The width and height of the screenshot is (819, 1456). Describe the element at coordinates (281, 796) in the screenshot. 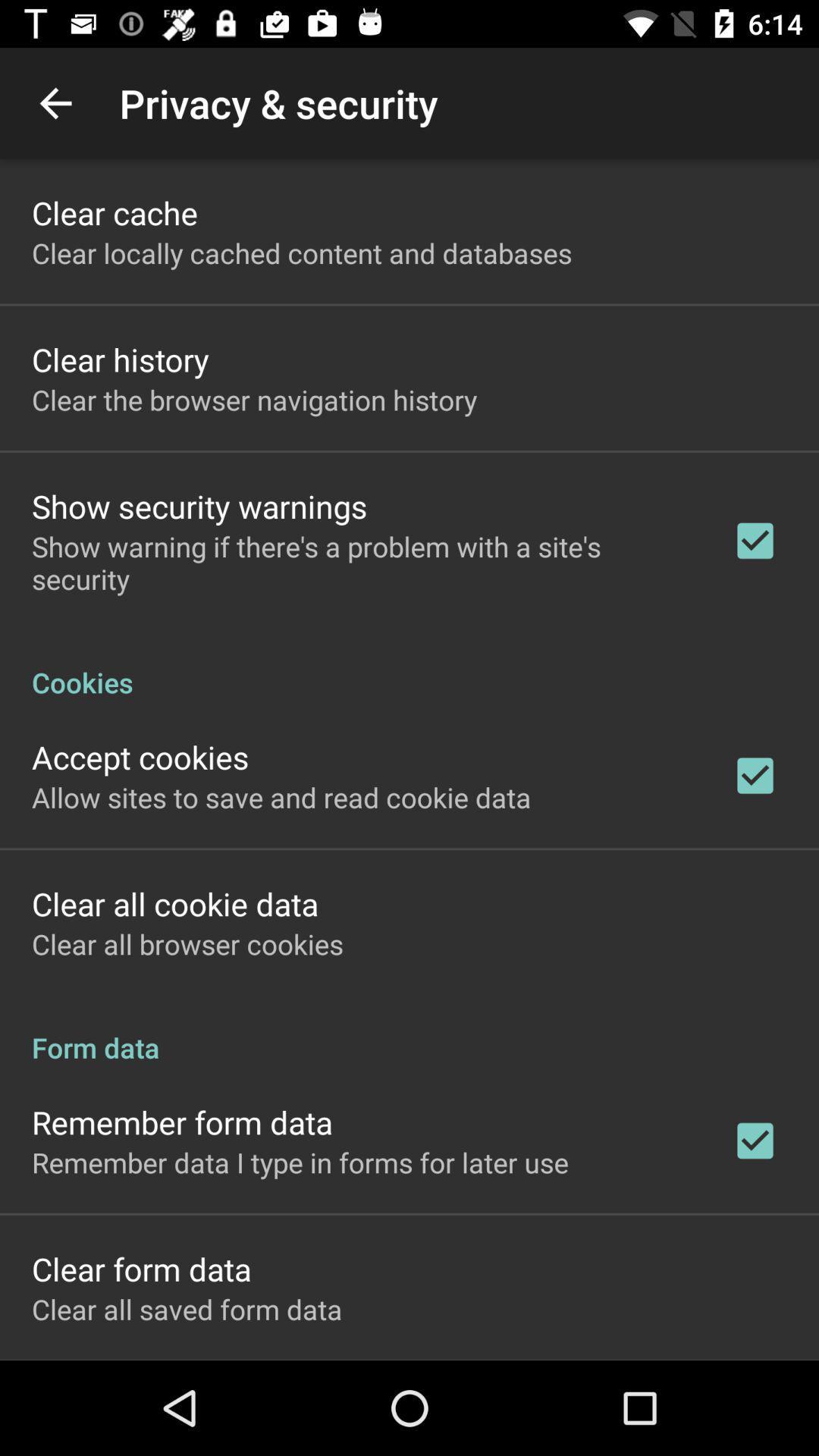

I see `the icon above clear all cookie app` at that location.